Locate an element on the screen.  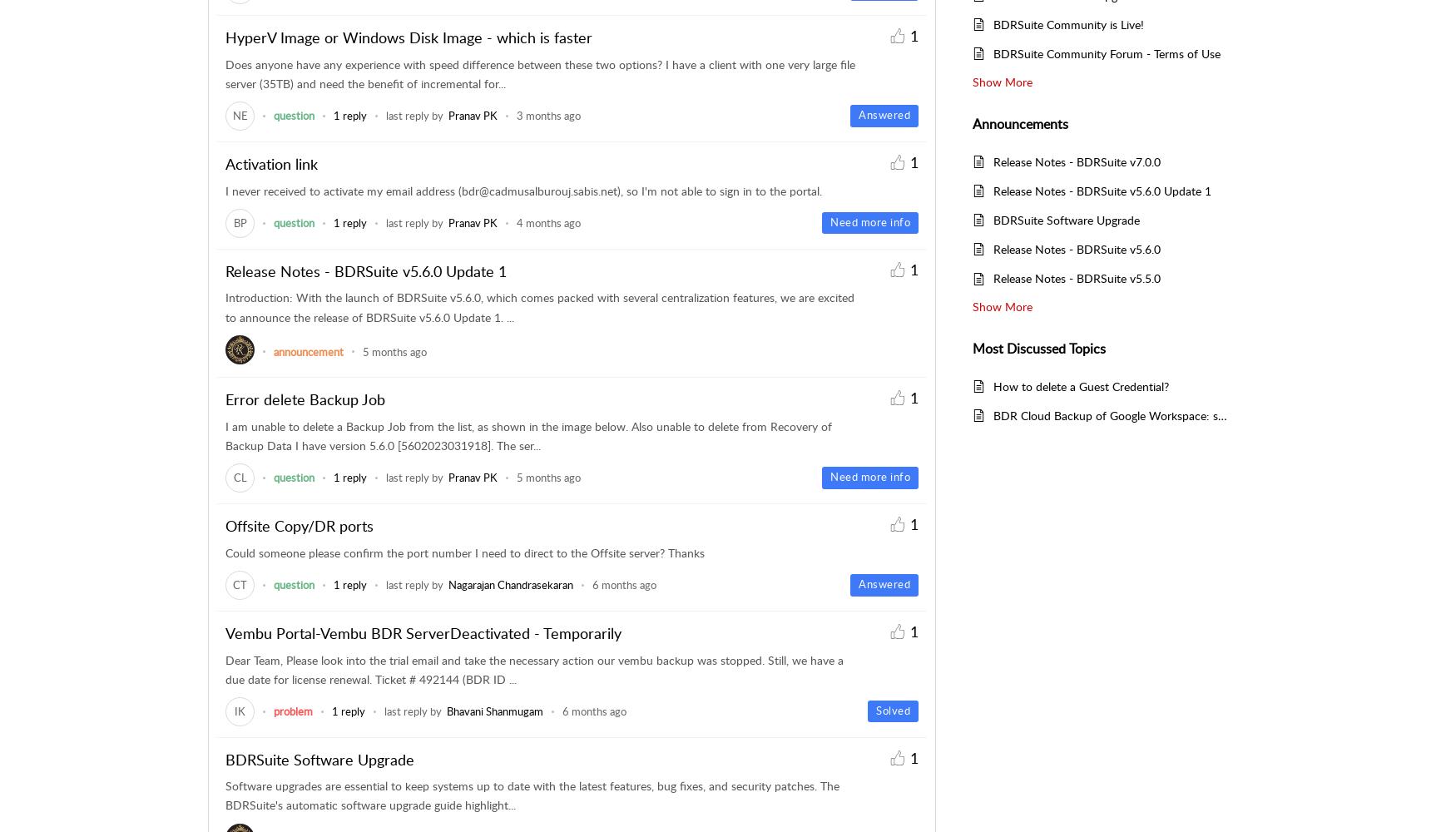
'How to delete a Guest Credential?' is located at coordinates (1080, 384).